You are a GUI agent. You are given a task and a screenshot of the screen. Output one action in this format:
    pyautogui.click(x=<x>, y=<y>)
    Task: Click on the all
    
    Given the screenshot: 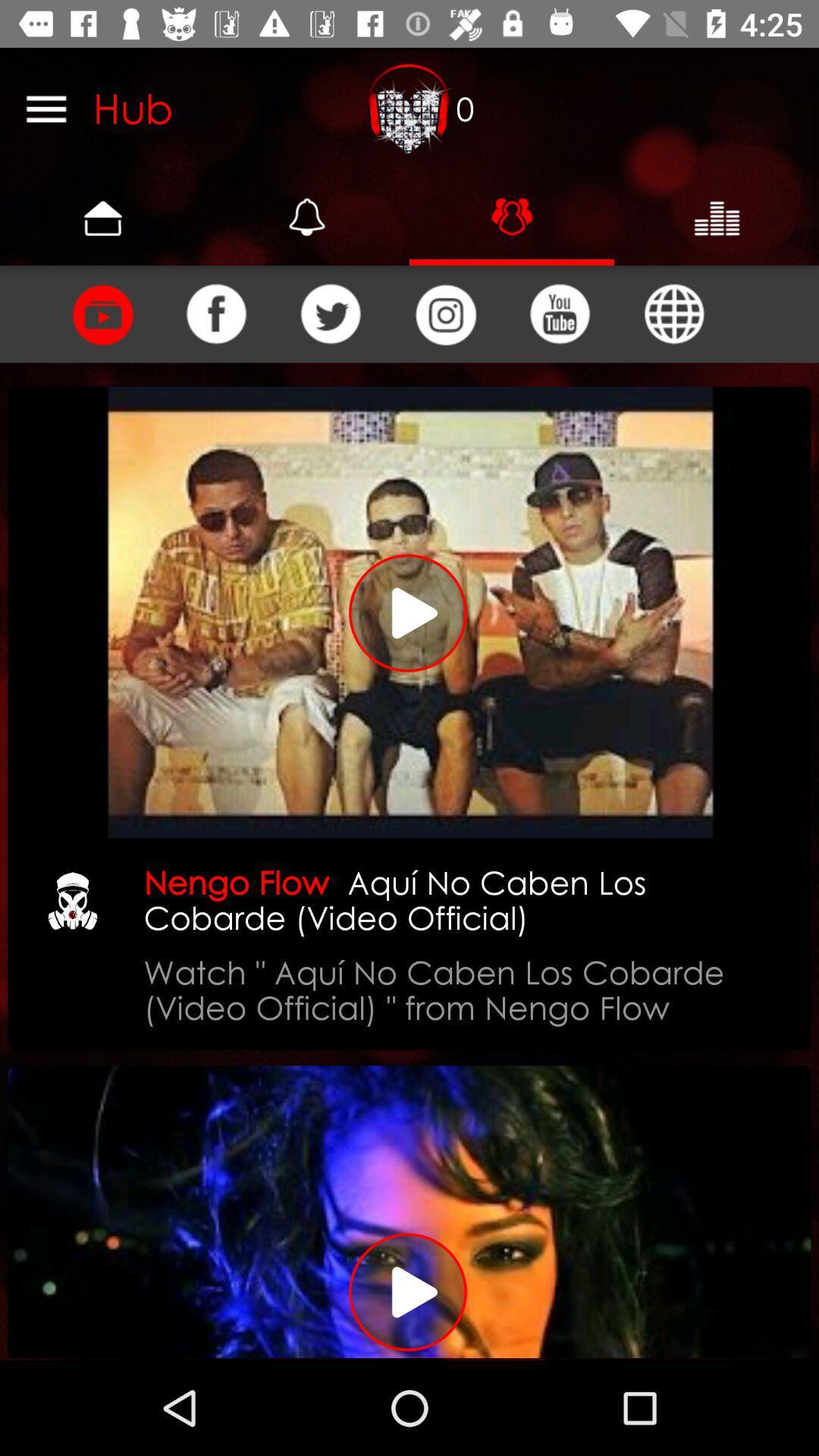 What is the action you would take?
    pyautogui.click(x=45, y=108)
    